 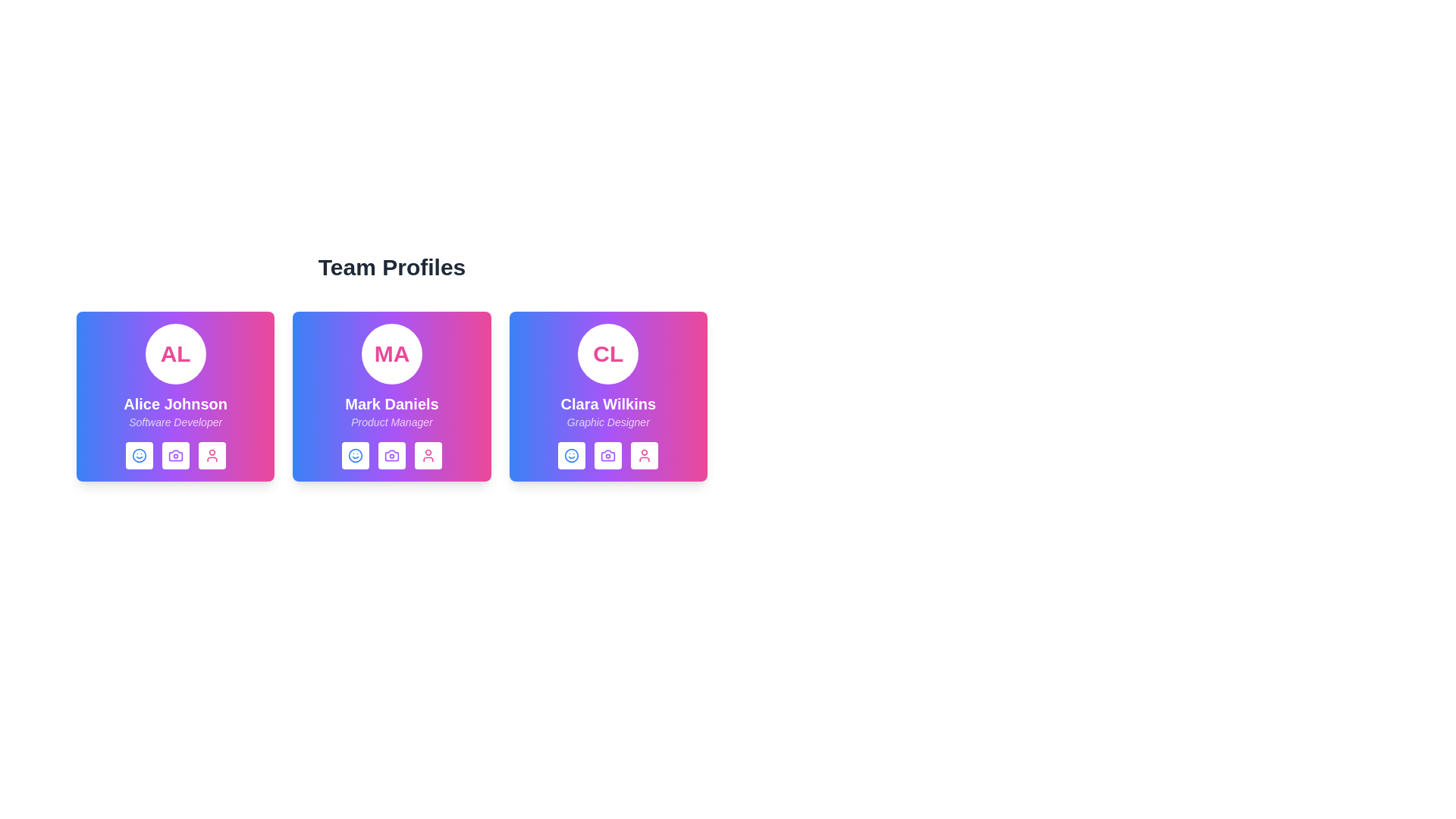 I want to click on the Text Label that identifies the individual in the middle card of the three team profiles, located beneath the circular avatar labeled 'MA' and above the subtitle 'Product Manager', so click(x=392, y=403).